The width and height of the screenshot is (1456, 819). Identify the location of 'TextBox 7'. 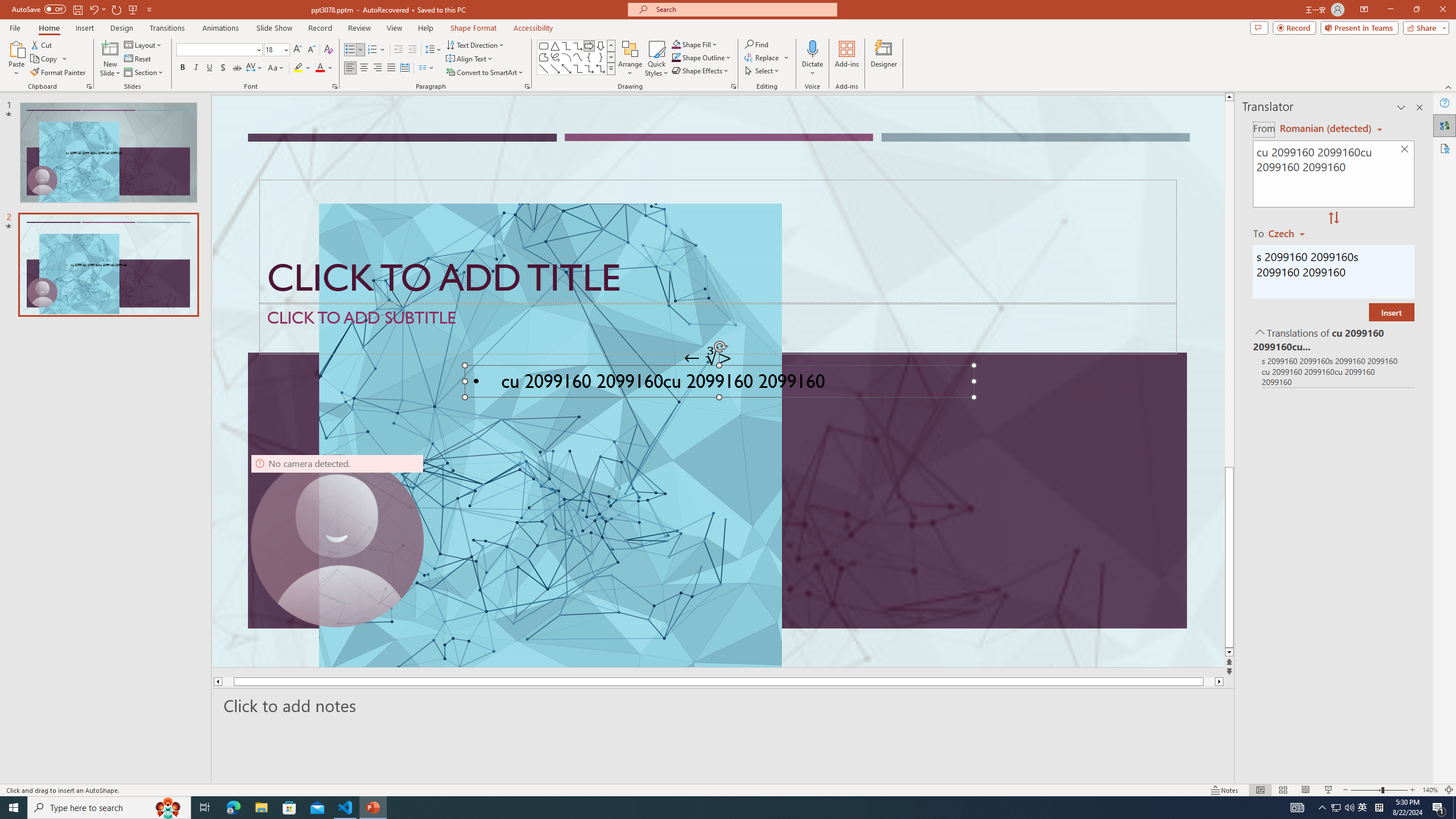
(708, 357).